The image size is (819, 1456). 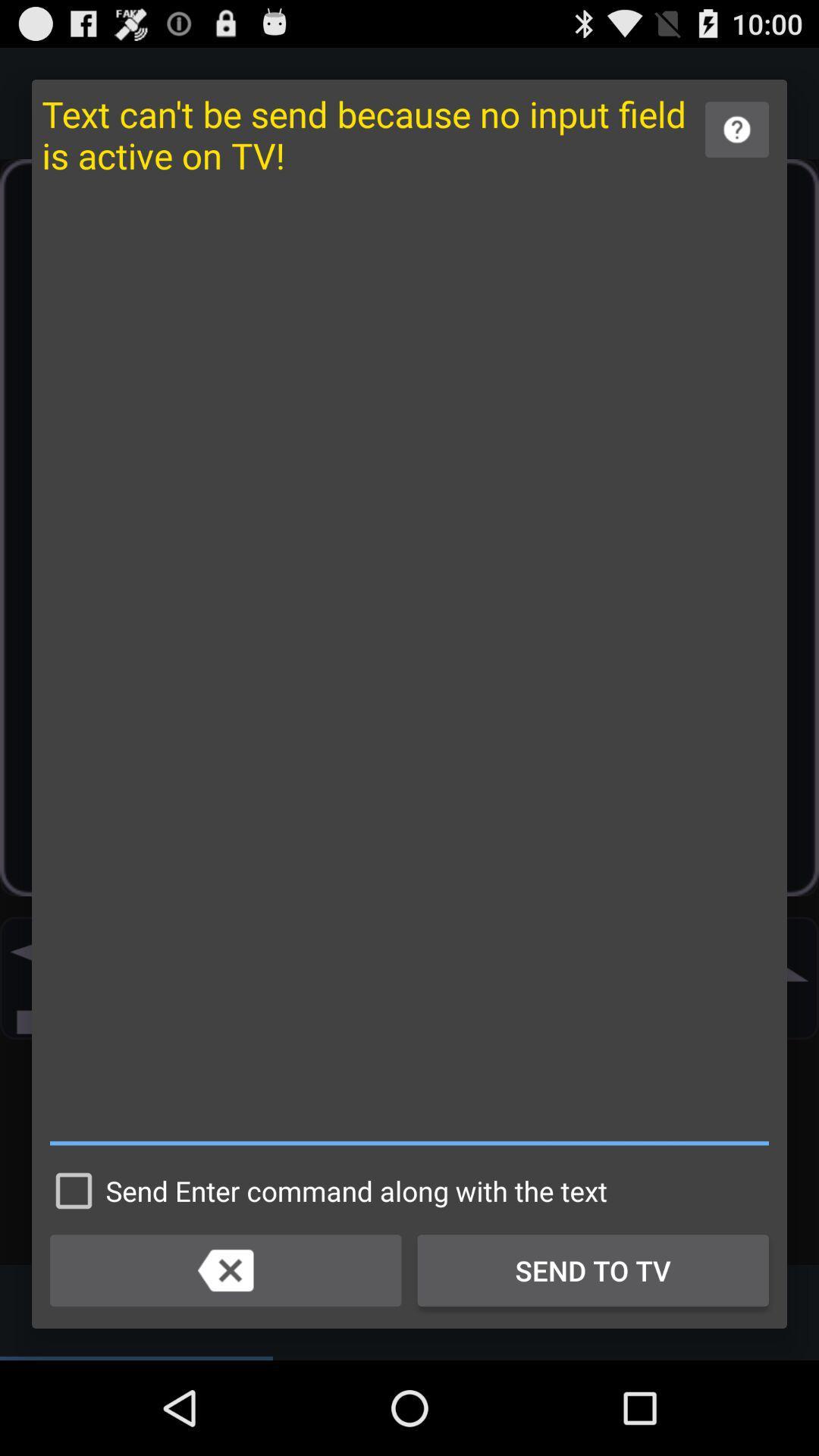 What do you see at coordinates (736, 130) in the screenshot?
I see `access help` at bounding box center [736, 130].